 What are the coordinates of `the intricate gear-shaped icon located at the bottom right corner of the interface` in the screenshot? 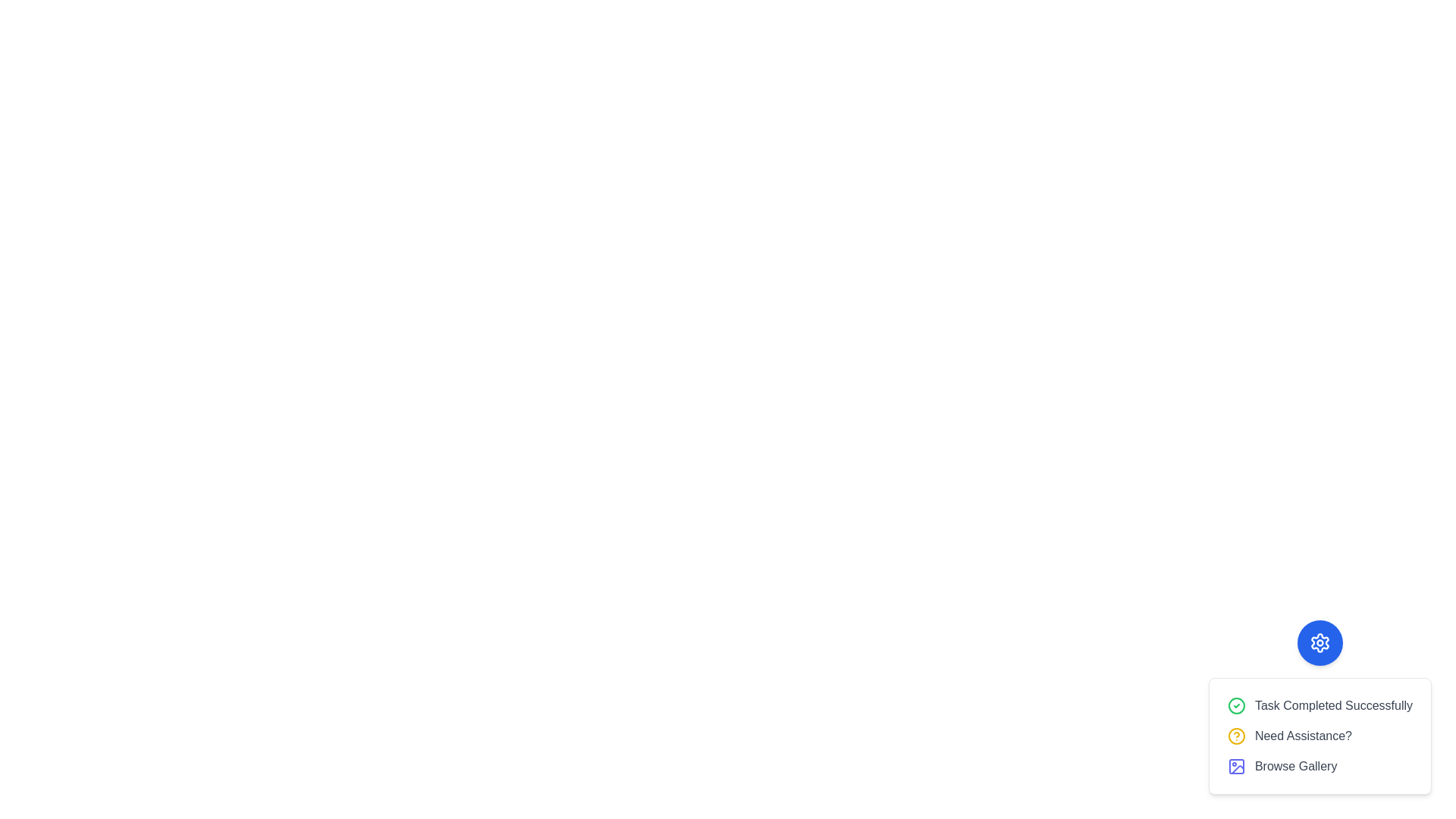 It's located at (1319, 643).